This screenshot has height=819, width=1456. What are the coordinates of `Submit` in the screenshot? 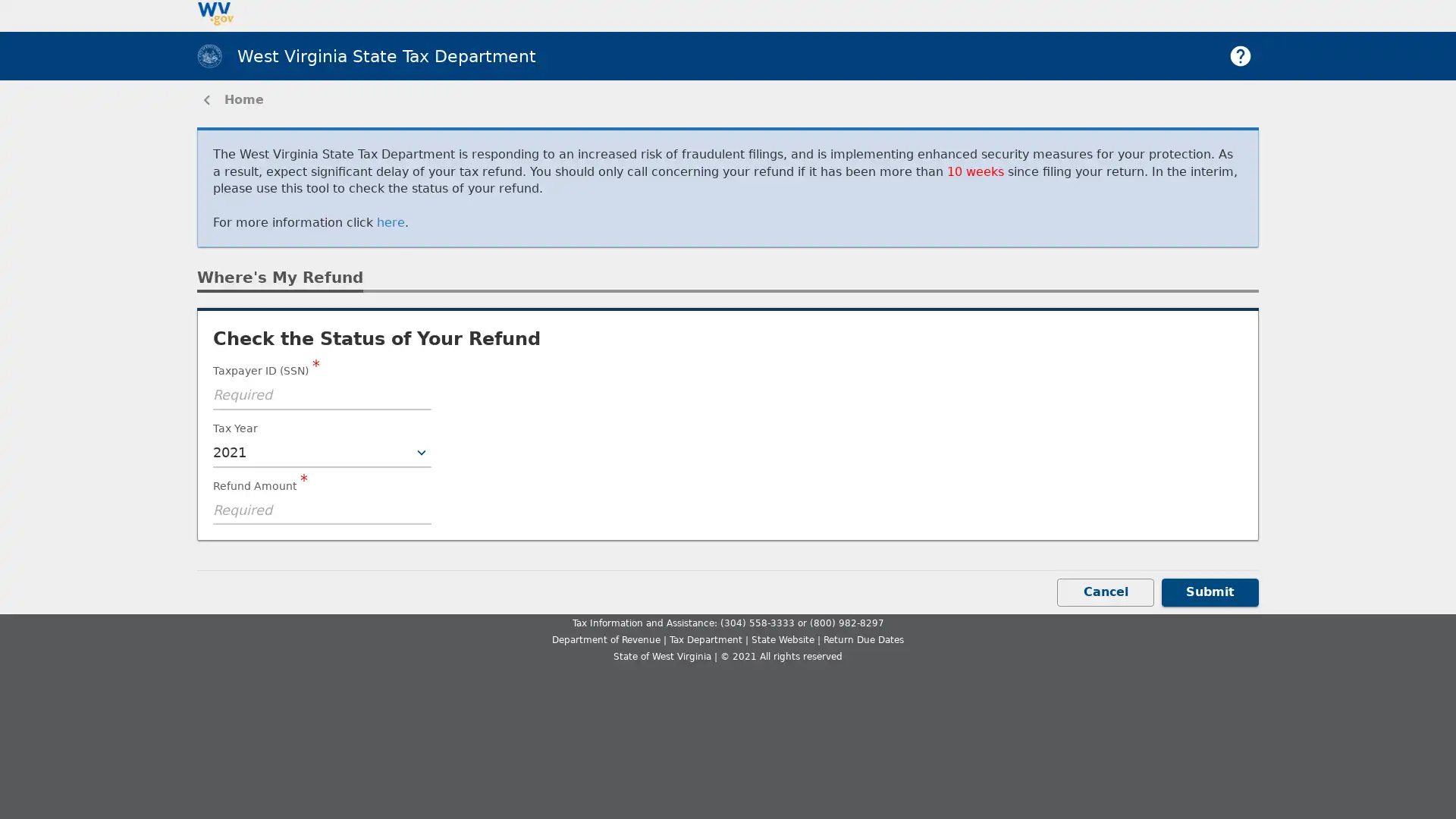 It's located at (1210, 591).